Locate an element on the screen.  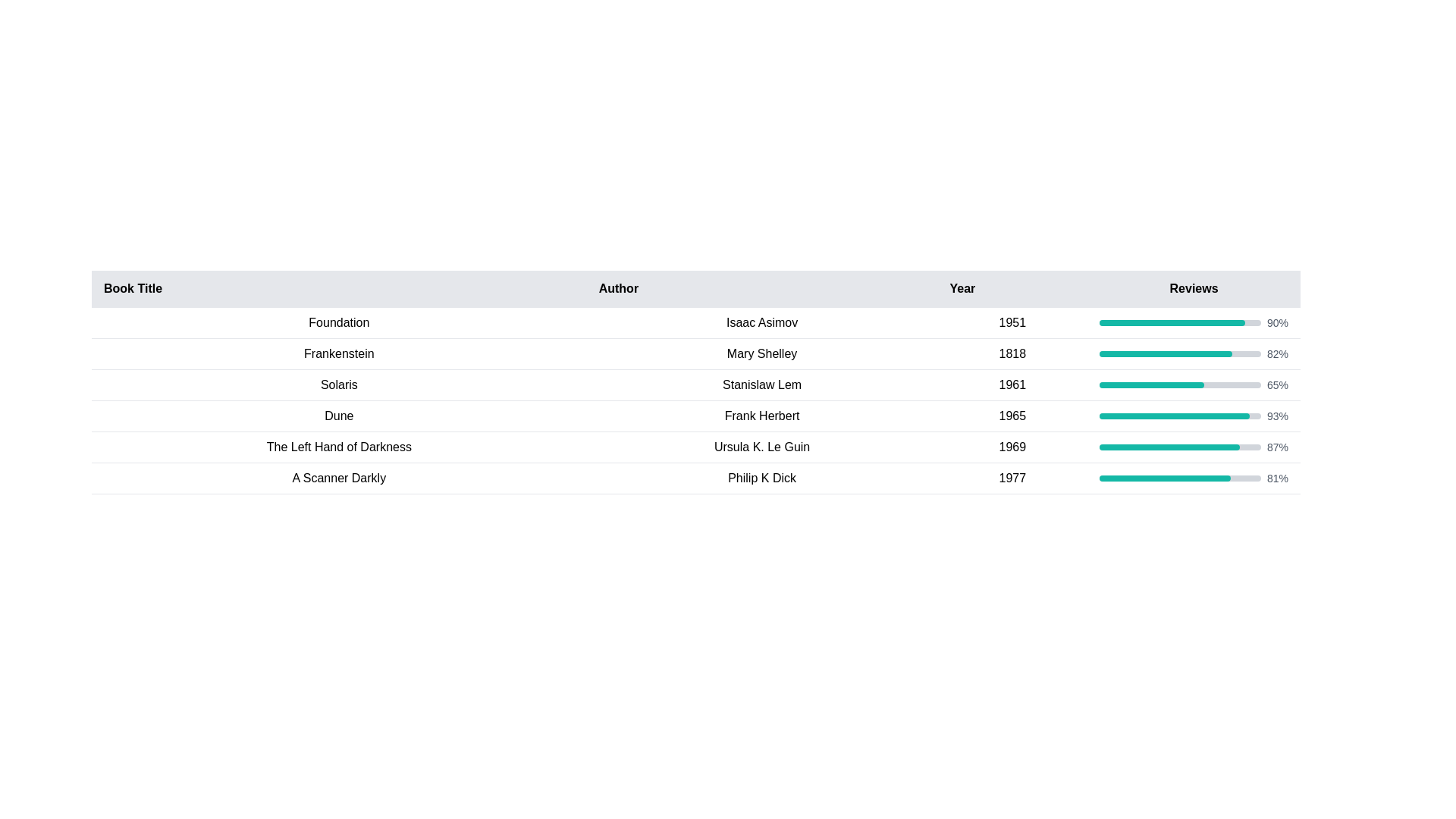
the teal progress bar within the 'Reviews' column for the book 'Frankenstein' to possibly trigger an action, if enabled by interactivity is located at coordinates (1165, 353).